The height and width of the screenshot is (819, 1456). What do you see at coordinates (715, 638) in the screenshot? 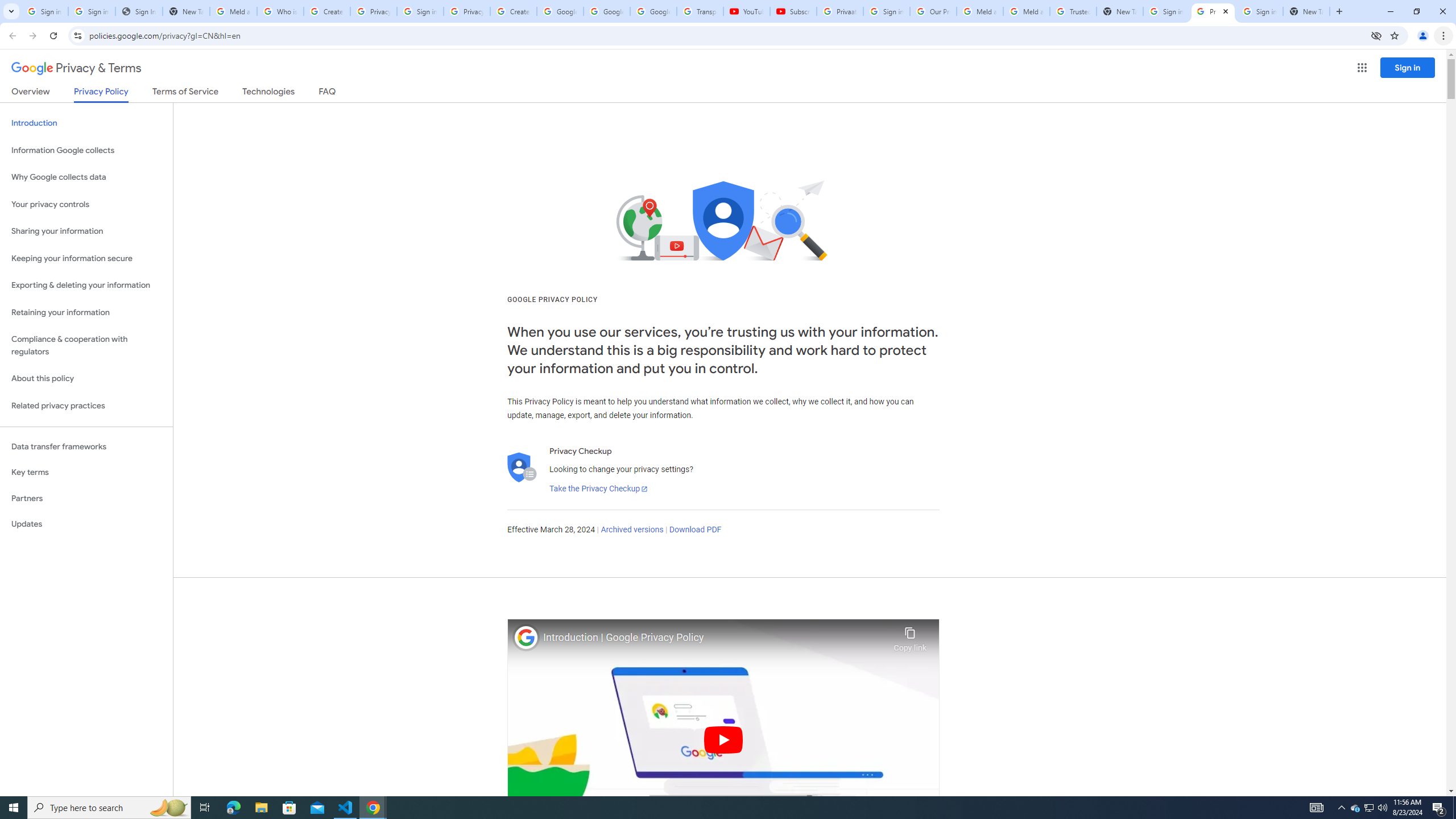
I see `'Introduction | Google Privacy Policy'` at bounding box center [715, 638].